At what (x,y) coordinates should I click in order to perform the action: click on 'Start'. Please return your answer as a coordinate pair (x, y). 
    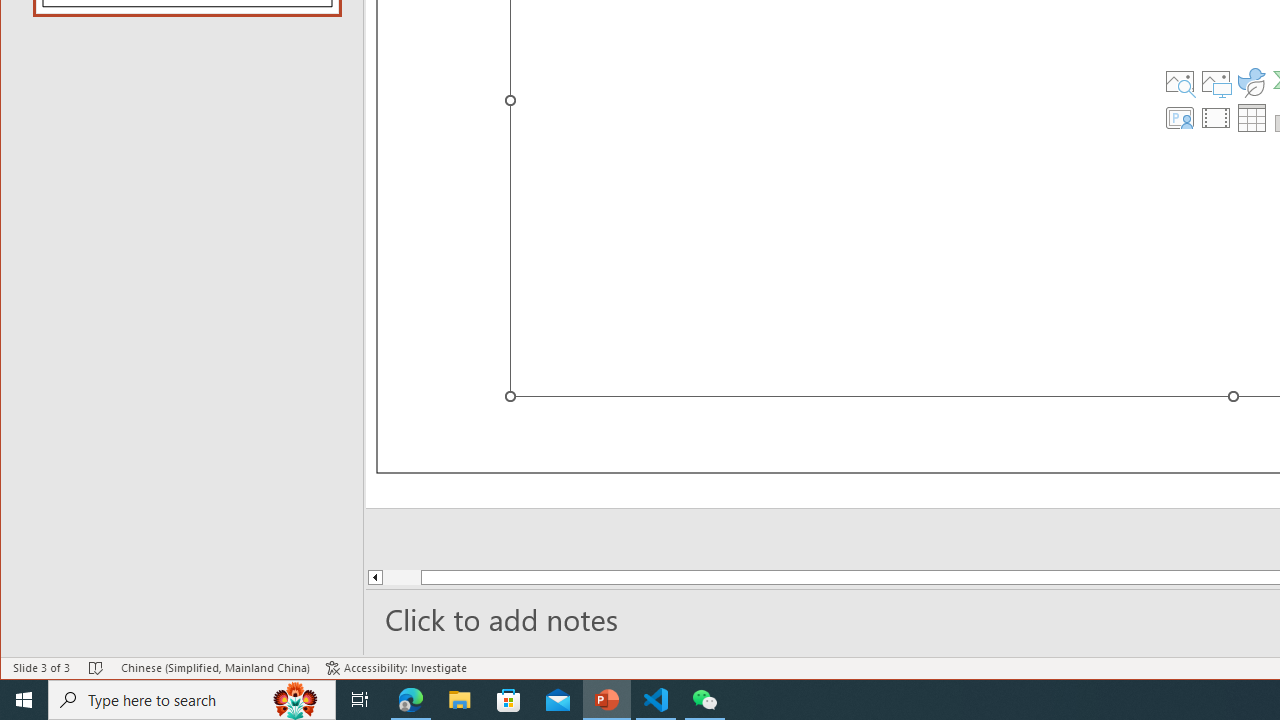
    Looking at the image, I should click on (24, 698).